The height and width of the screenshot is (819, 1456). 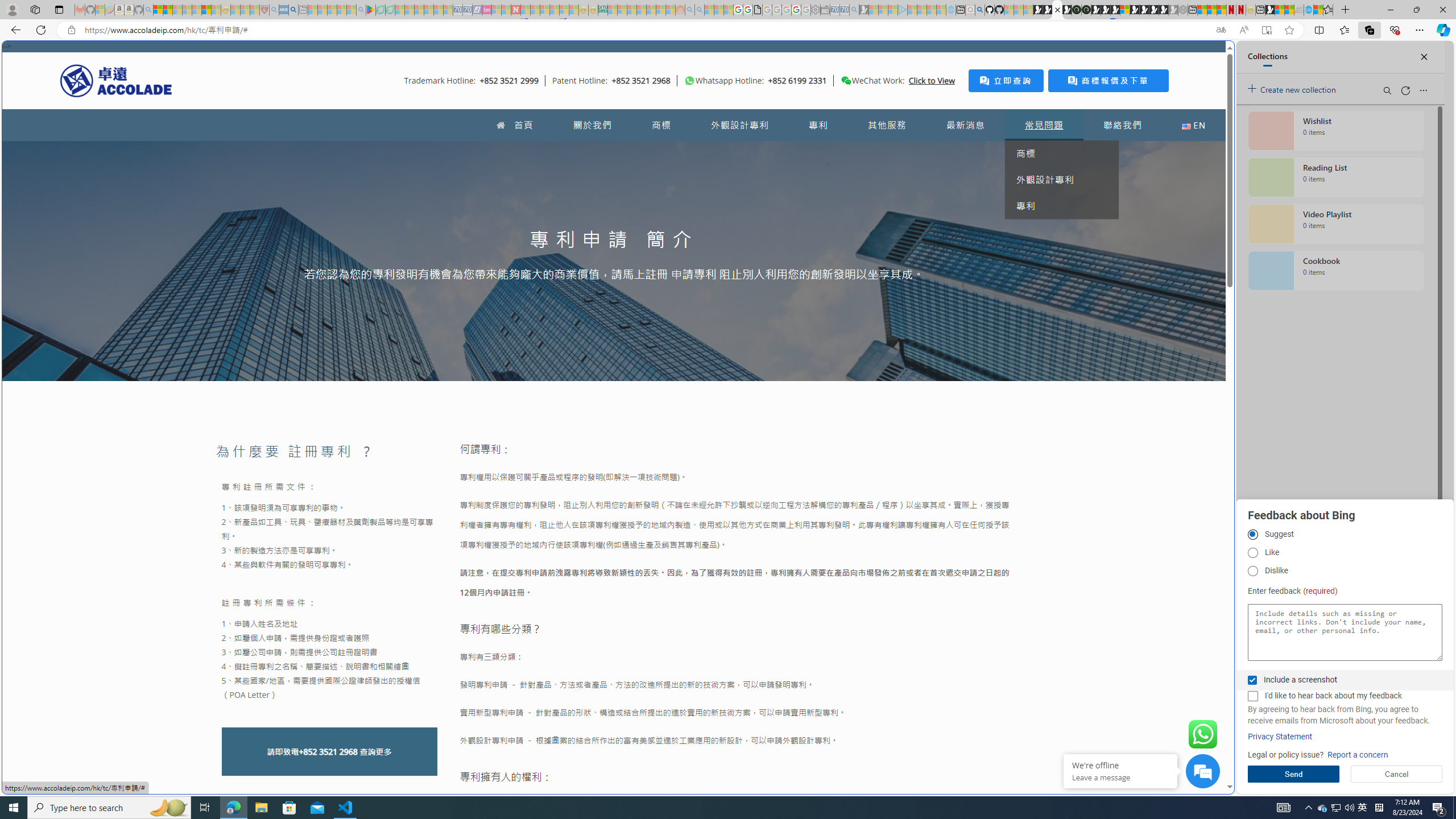 I want to click on 'MSN', so click(x=1270, y=9).